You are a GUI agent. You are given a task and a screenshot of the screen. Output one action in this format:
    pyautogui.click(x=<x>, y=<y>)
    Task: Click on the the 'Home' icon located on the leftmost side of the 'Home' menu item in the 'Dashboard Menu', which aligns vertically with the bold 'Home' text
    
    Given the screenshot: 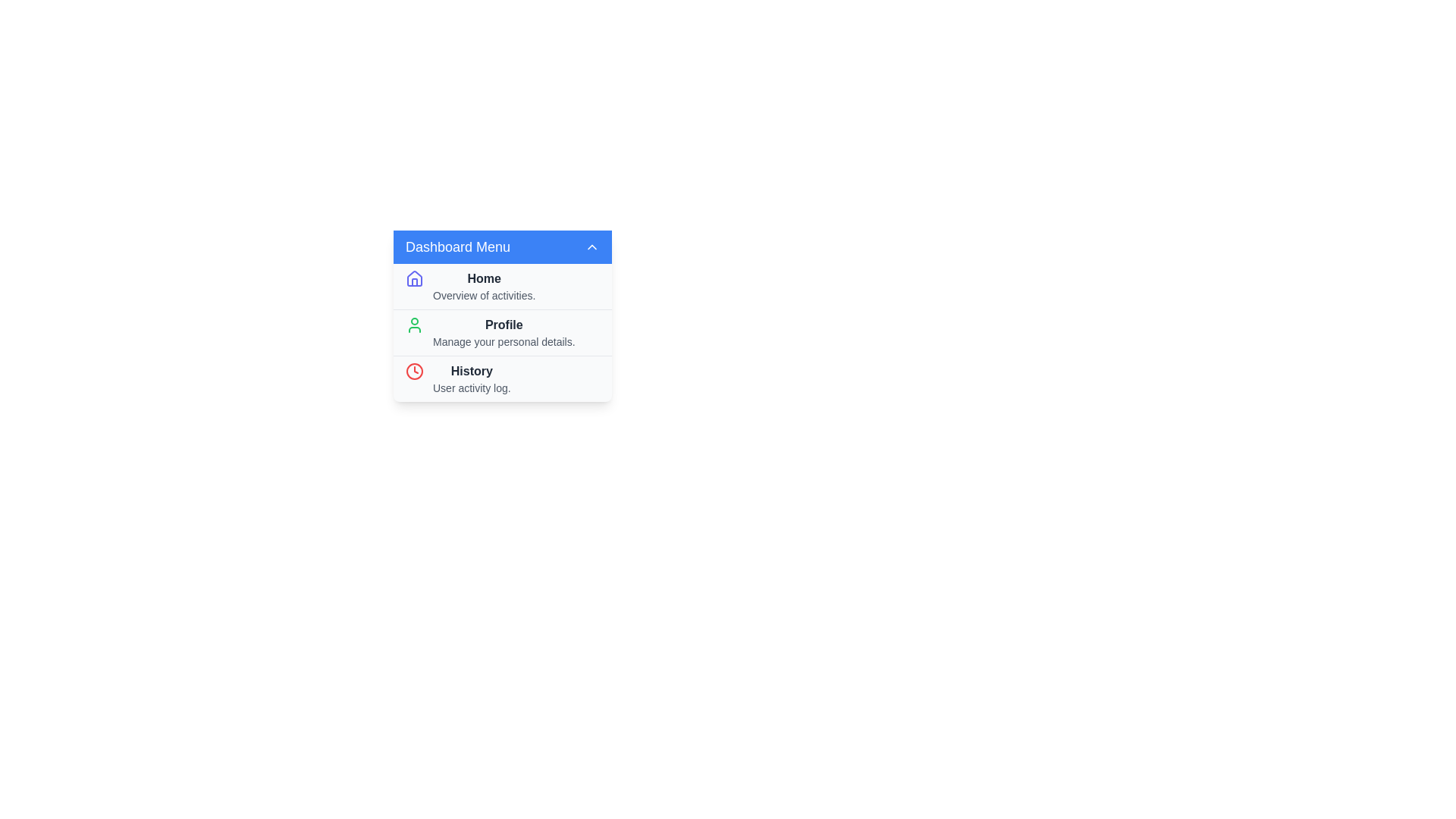 What is the action you would take?
    pyautogui.click(x=415, y=278)
    